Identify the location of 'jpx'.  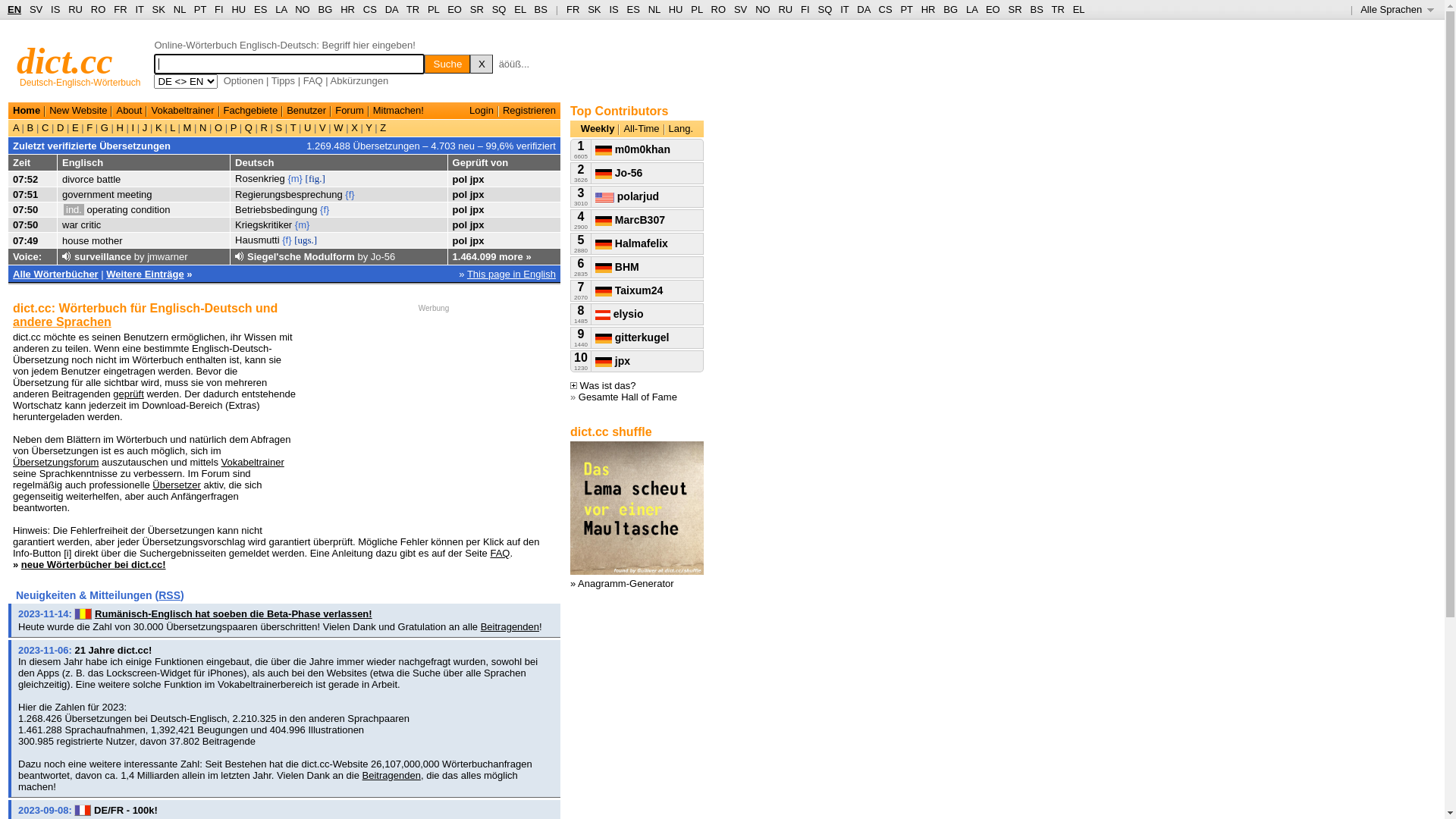
(476, 177).